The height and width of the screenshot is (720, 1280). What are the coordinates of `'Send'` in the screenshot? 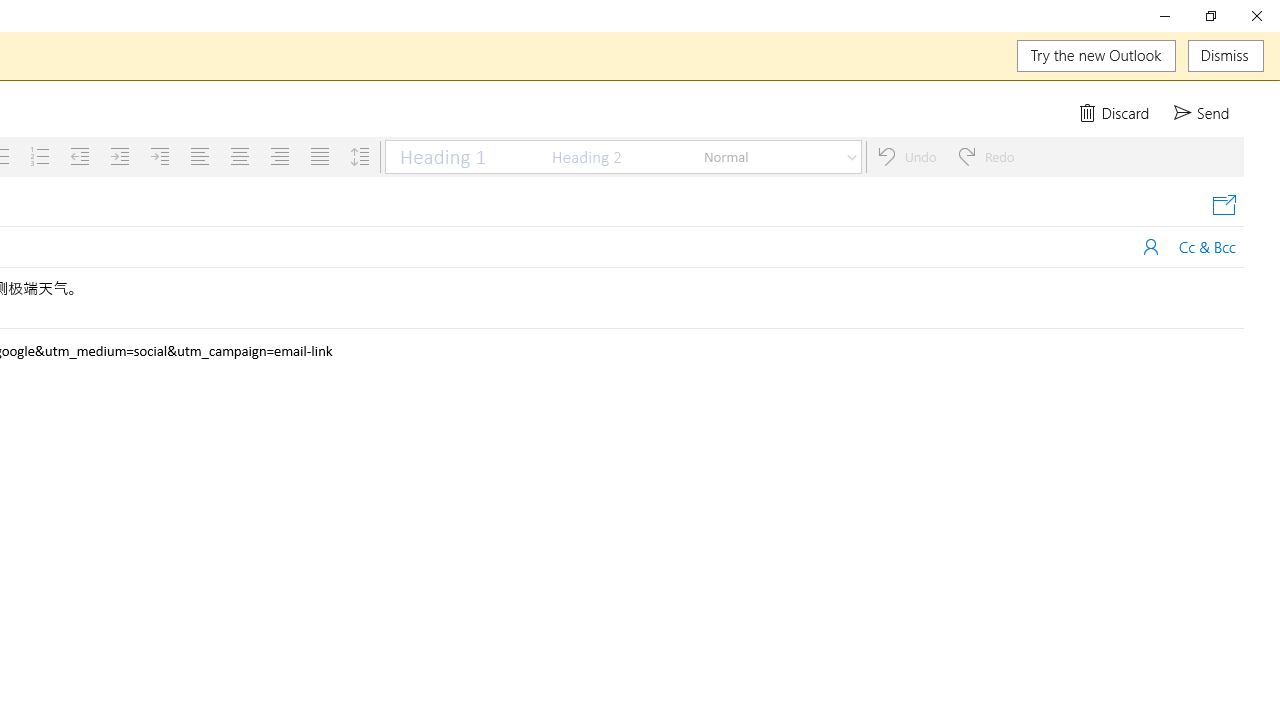 It's located at (1202, 113).